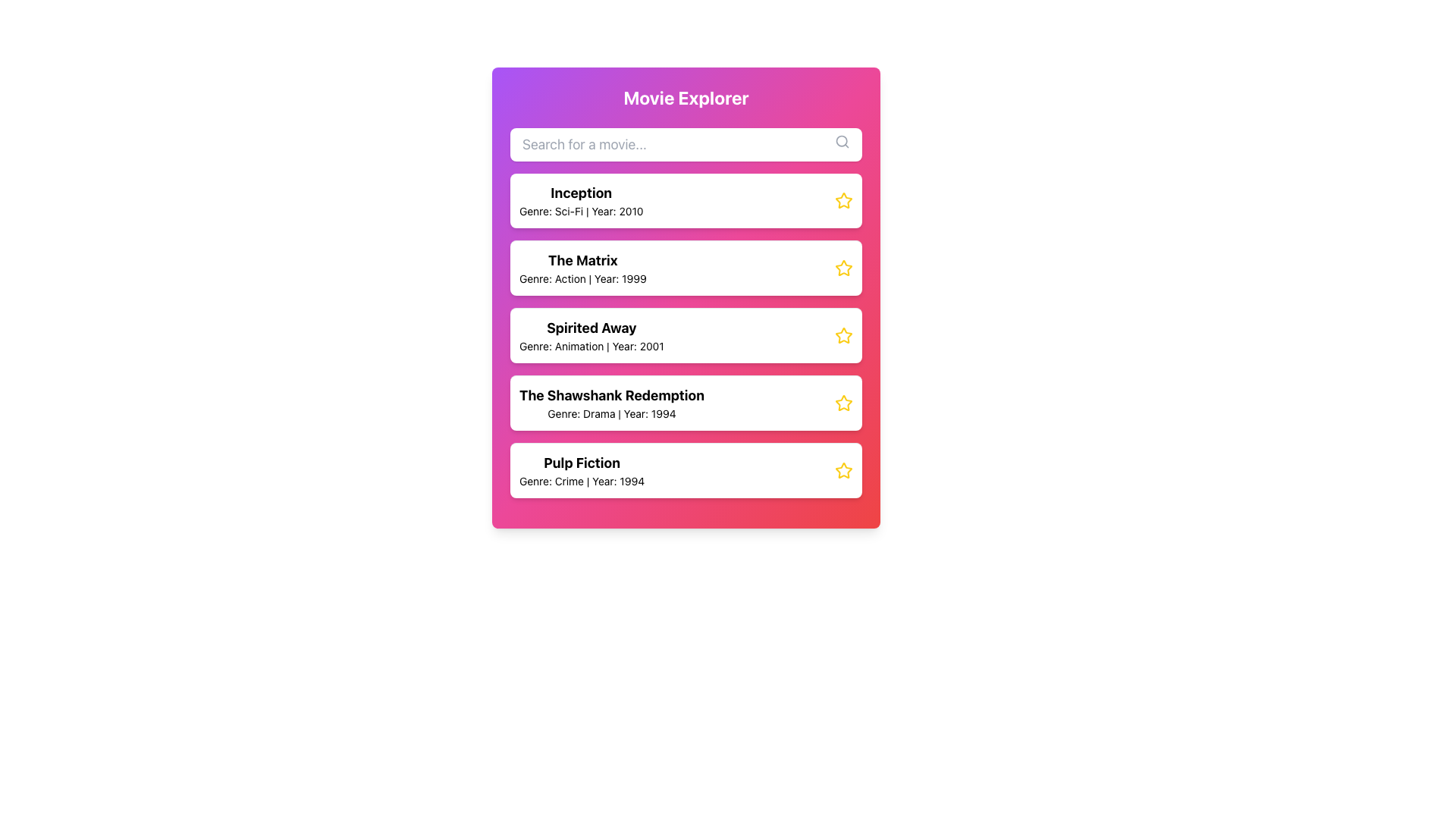 The image size is (1456, 819). What do you see at coordinates (581, 470) in the screenshot?
I see `the fifth movie entry in the list, which contains the information about the movie 'Pulp Fiction'` at bounding box center [581, 470].